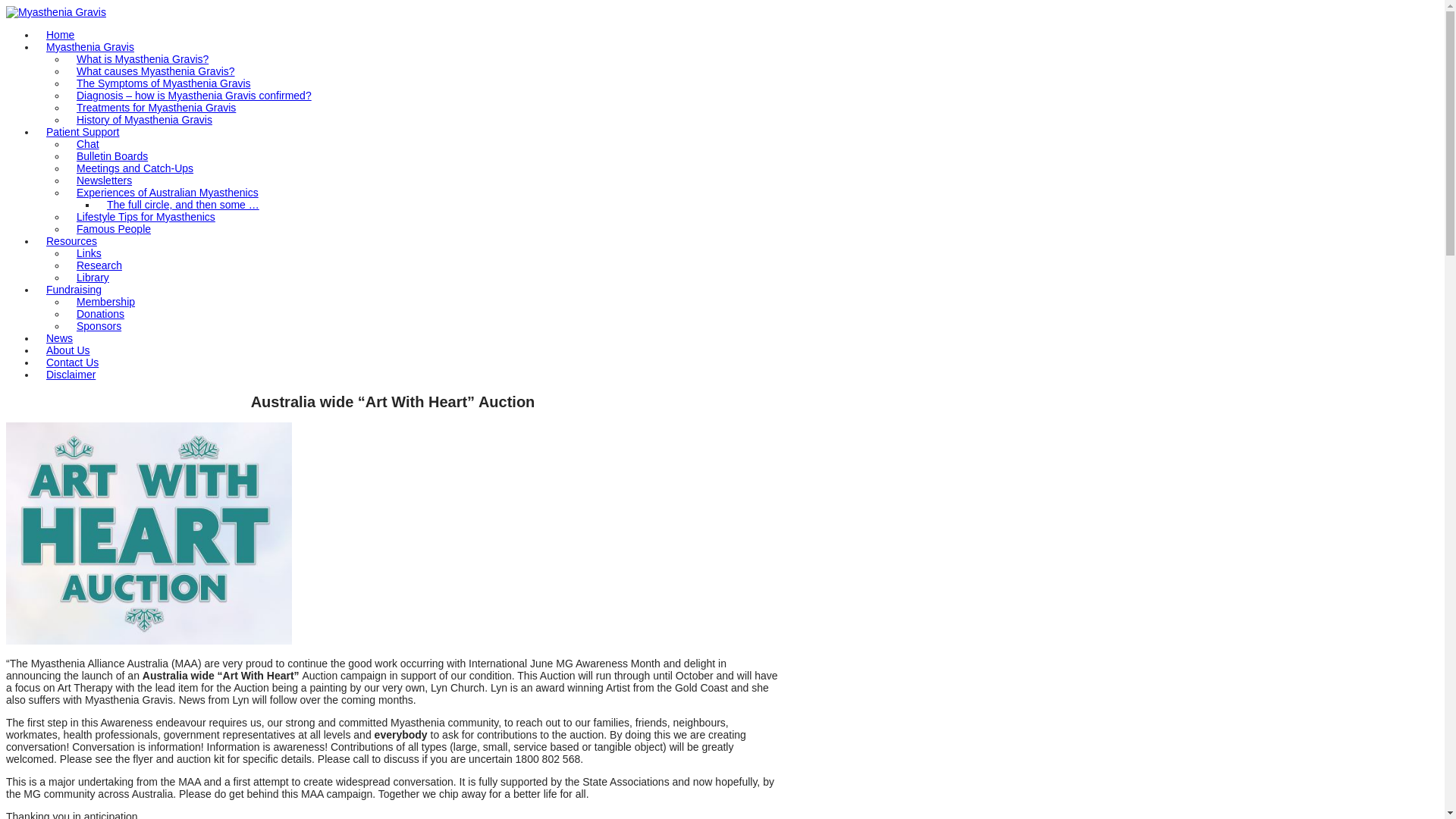 The image size is (1456, 819). I want to click on 'Links', so click(88, 253).